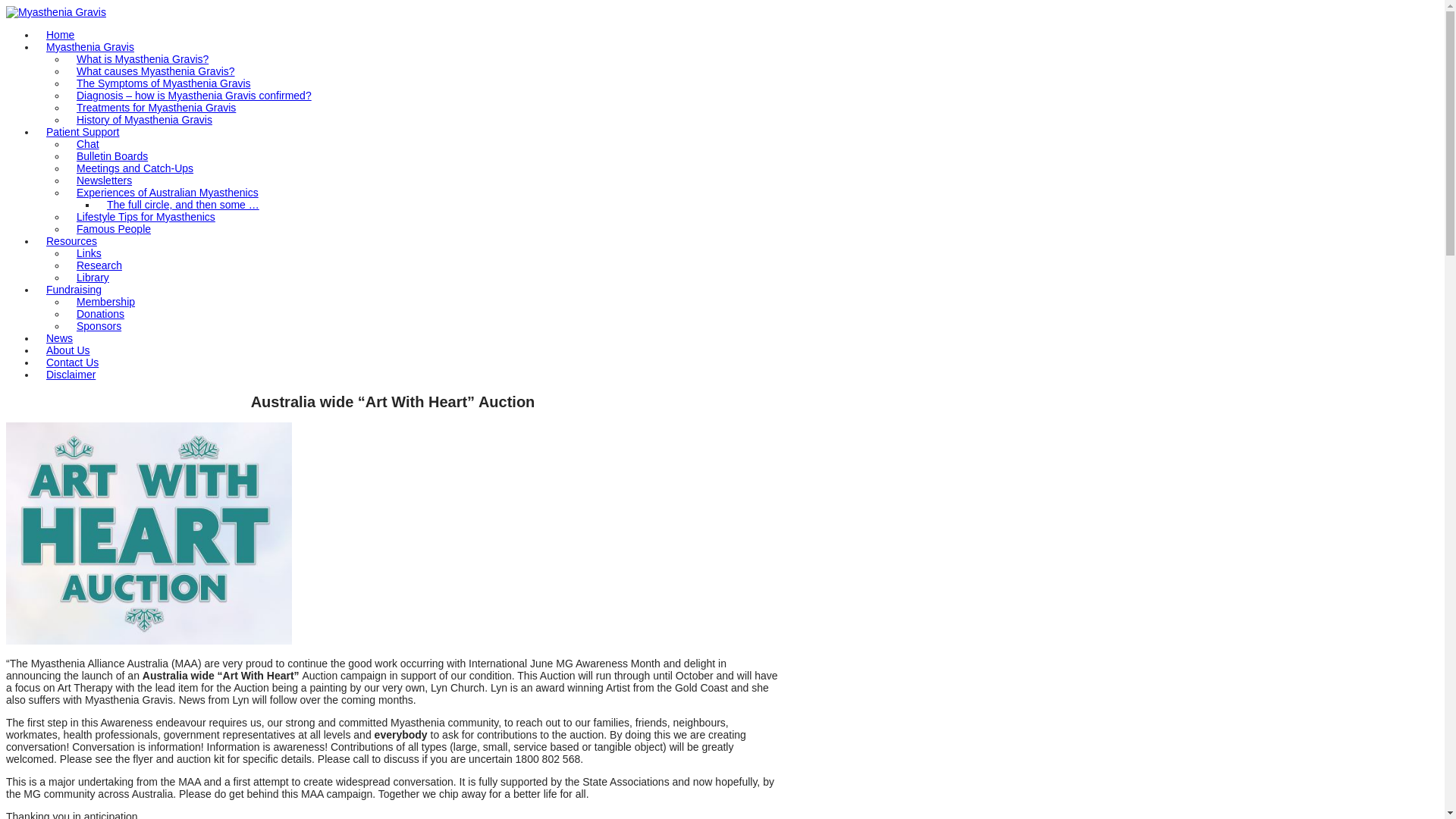 The image size is (1456, 819). I want to click on 'Links', so click(88, 253).